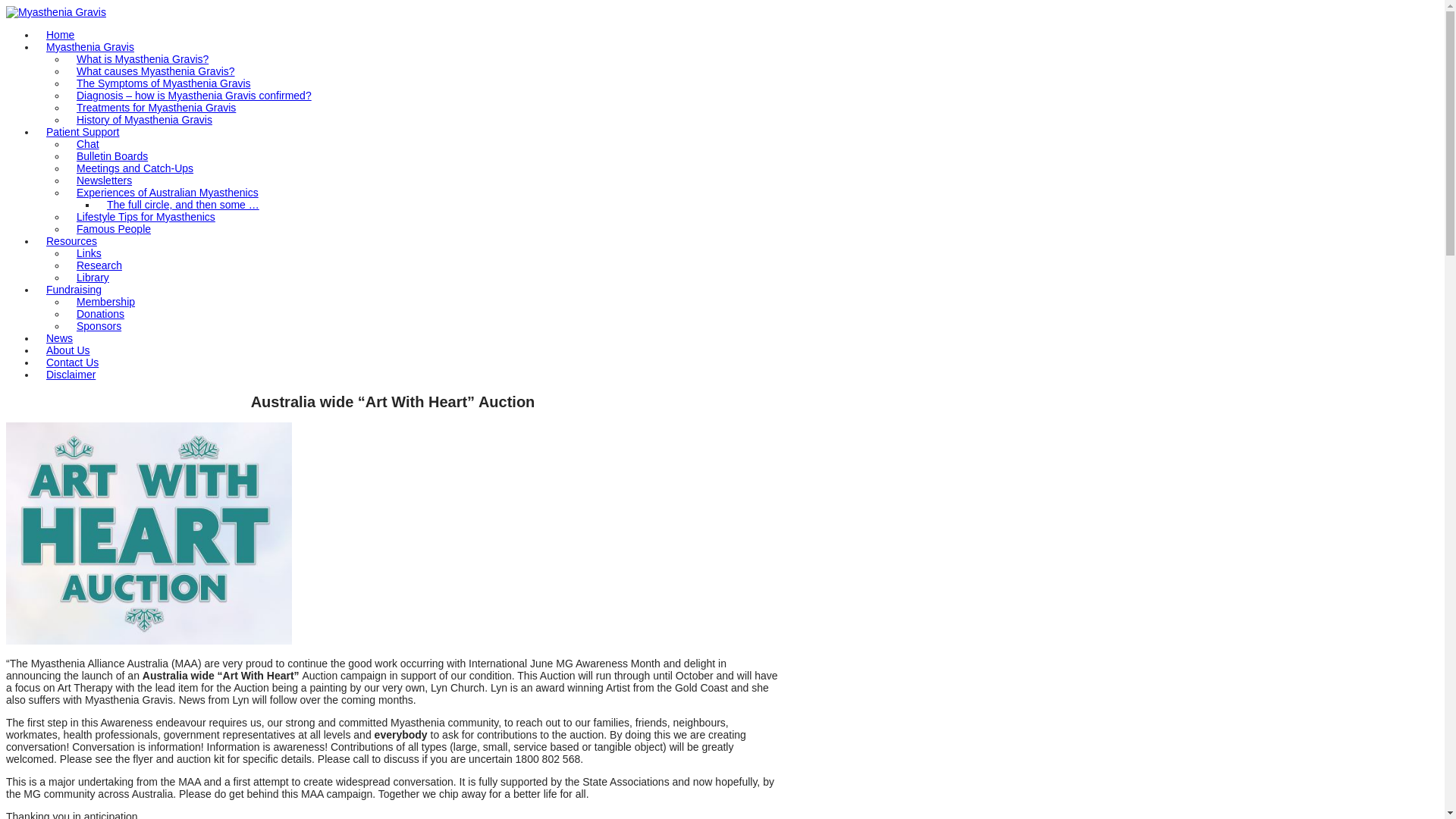 The image size is (1456, 819). I want to click on 'Links', so click(88, 253).